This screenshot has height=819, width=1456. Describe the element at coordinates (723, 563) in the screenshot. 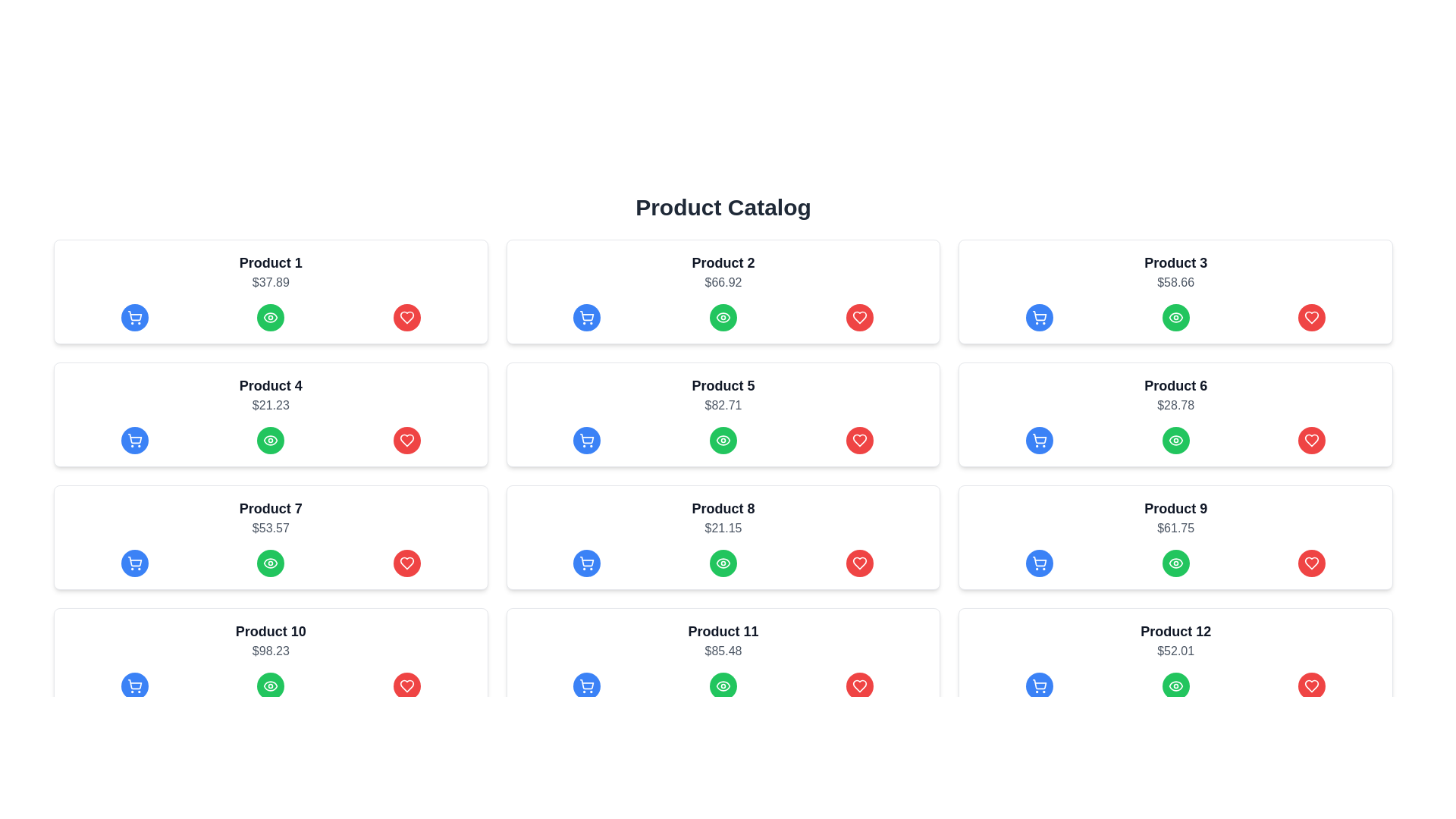

I see `the second button in the third row of the button grid` at that location.